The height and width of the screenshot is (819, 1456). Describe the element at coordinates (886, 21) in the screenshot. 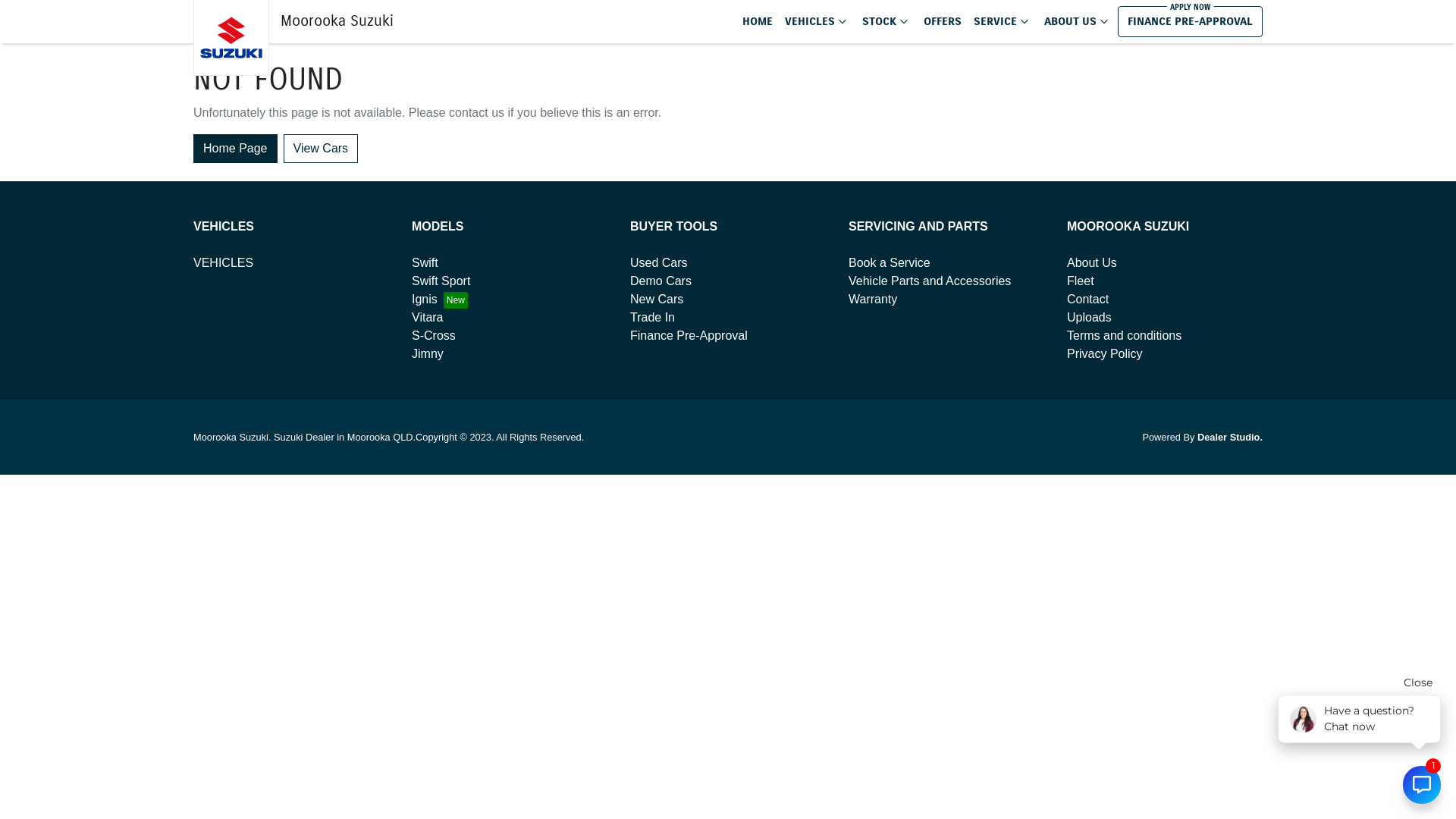

I see `'STOCK'` at that location.